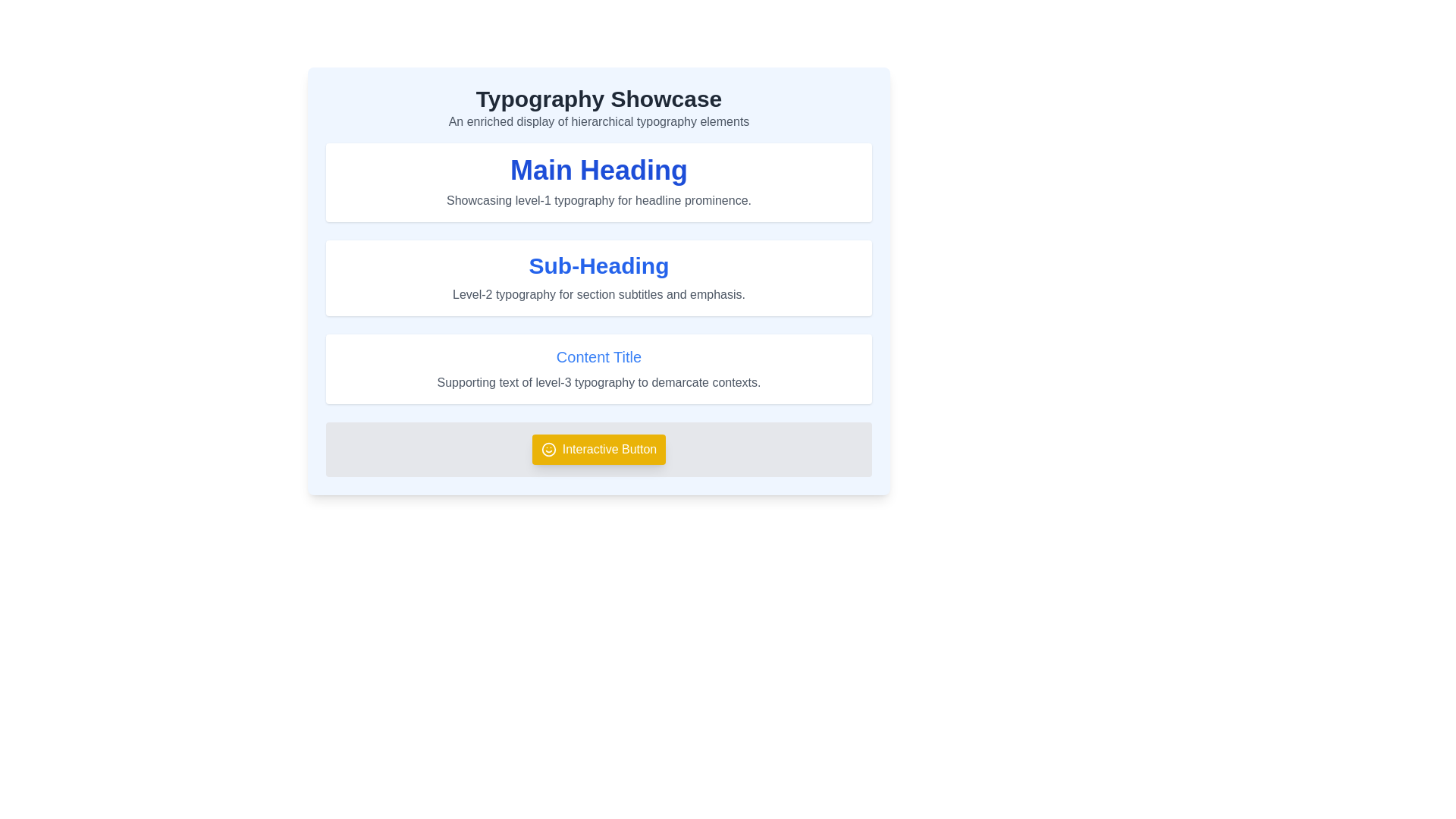 This screenshot has width=1456, height=819. I want to click on the Composite section containing the heading 'Main Heading' and the subtext 'Showcasing level-1 typography for headline prominence.', so click(598, 181).